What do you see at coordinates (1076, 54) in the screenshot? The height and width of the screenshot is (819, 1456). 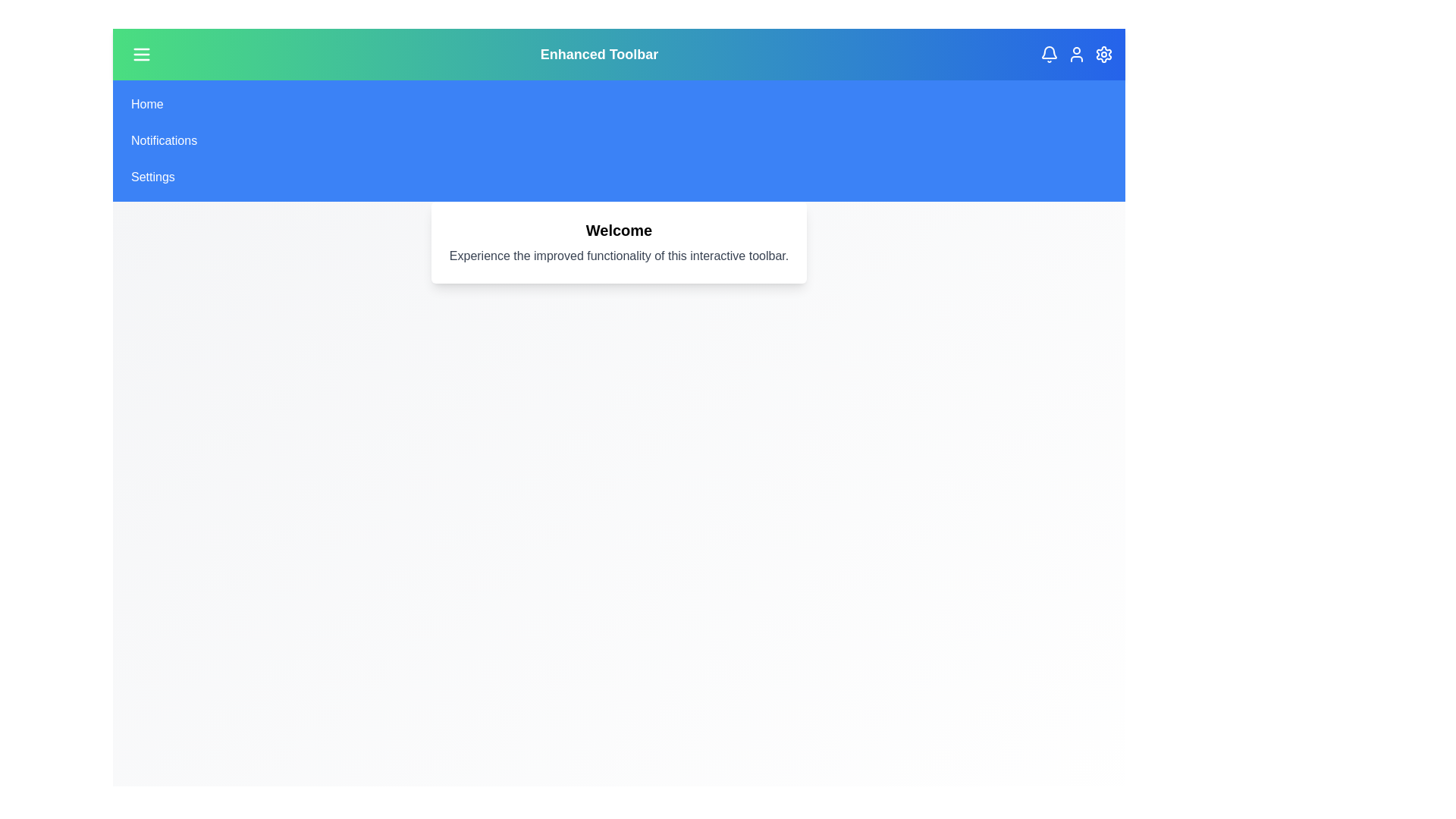 I see `the user icon in the toolbar` at bounding box center [1076, 54].